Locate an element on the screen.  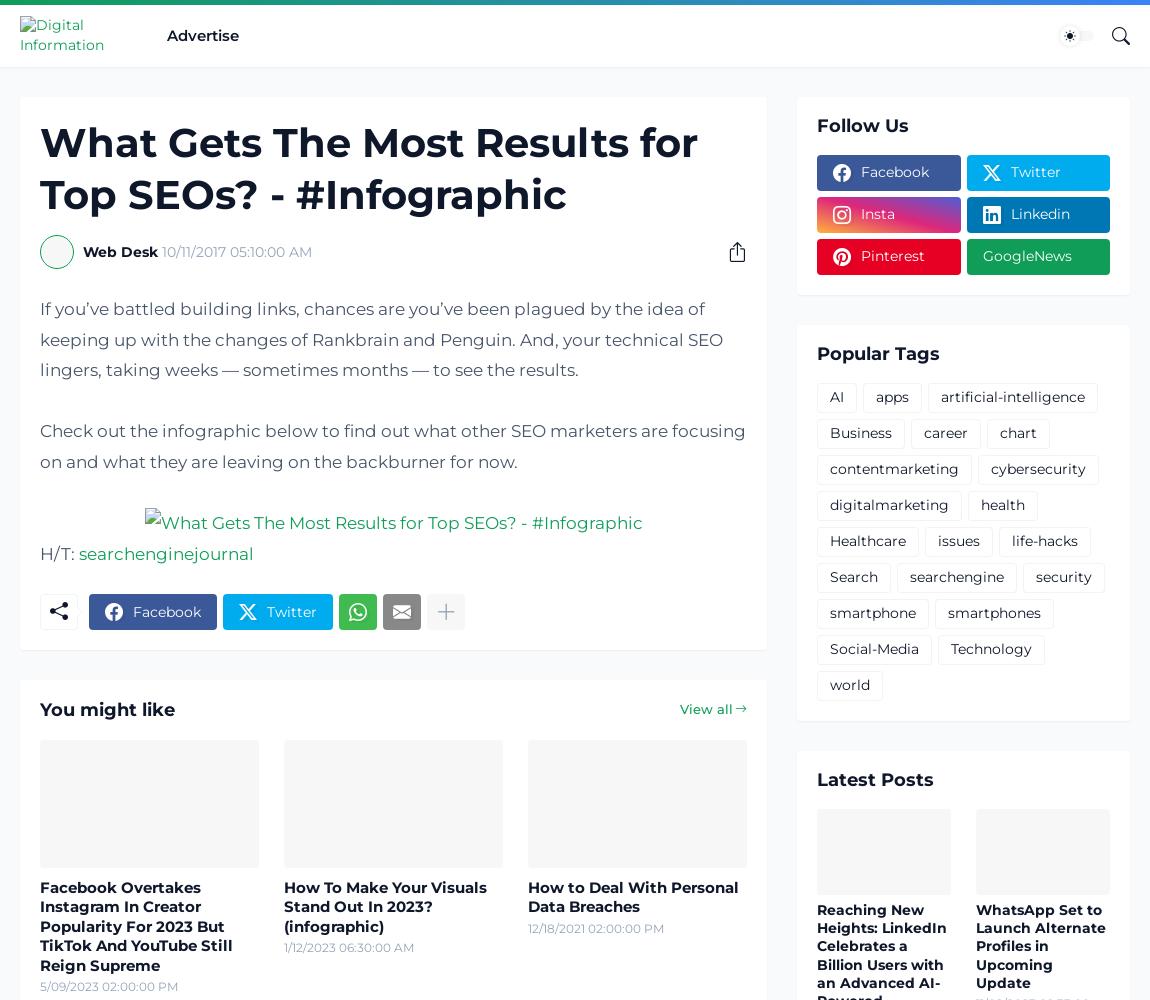
'Healthcare' is located at coordinates (868, 541).